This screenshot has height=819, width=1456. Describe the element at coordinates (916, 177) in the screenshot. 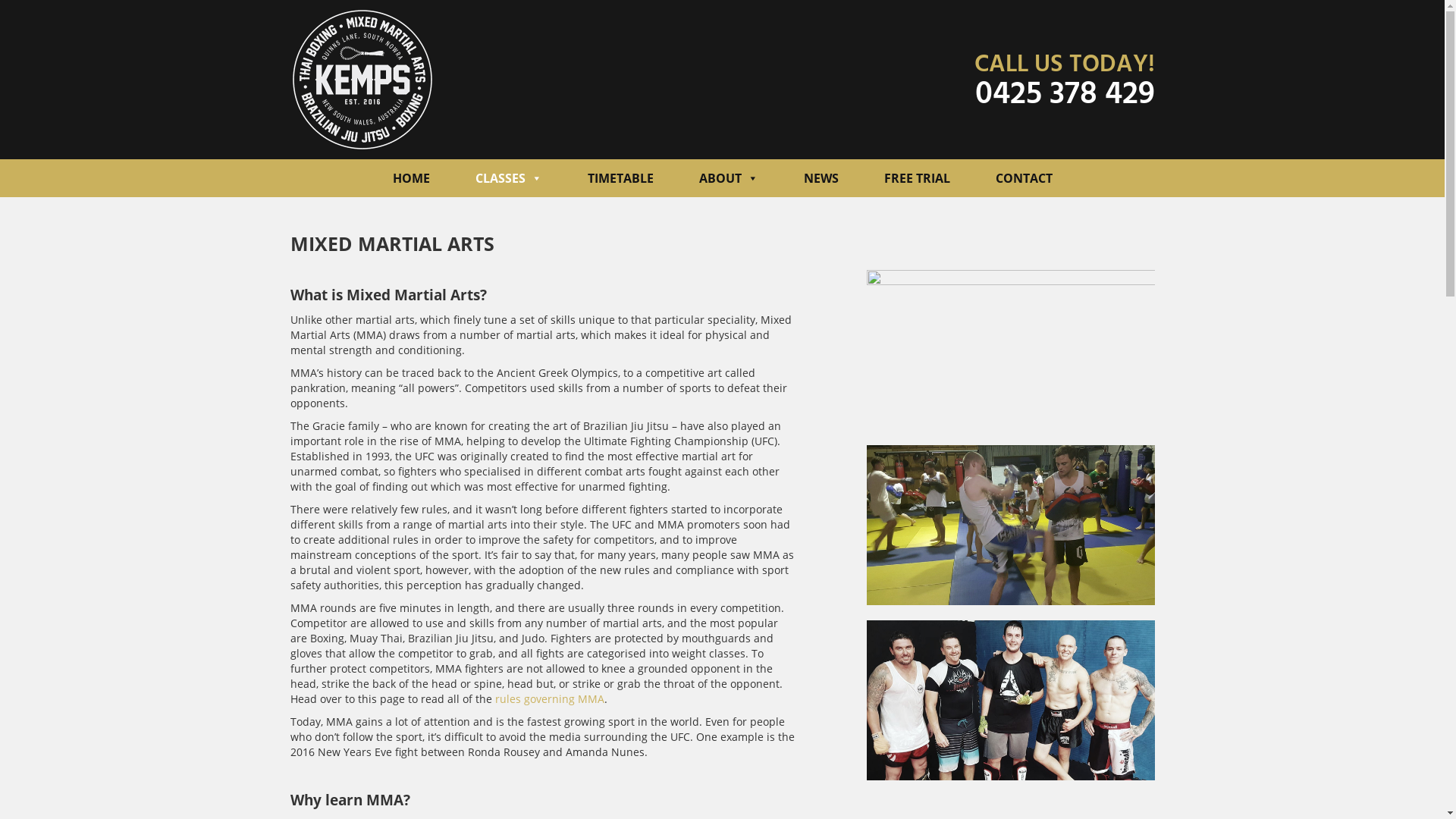

I see `'FREE TRIAL'` at that location.